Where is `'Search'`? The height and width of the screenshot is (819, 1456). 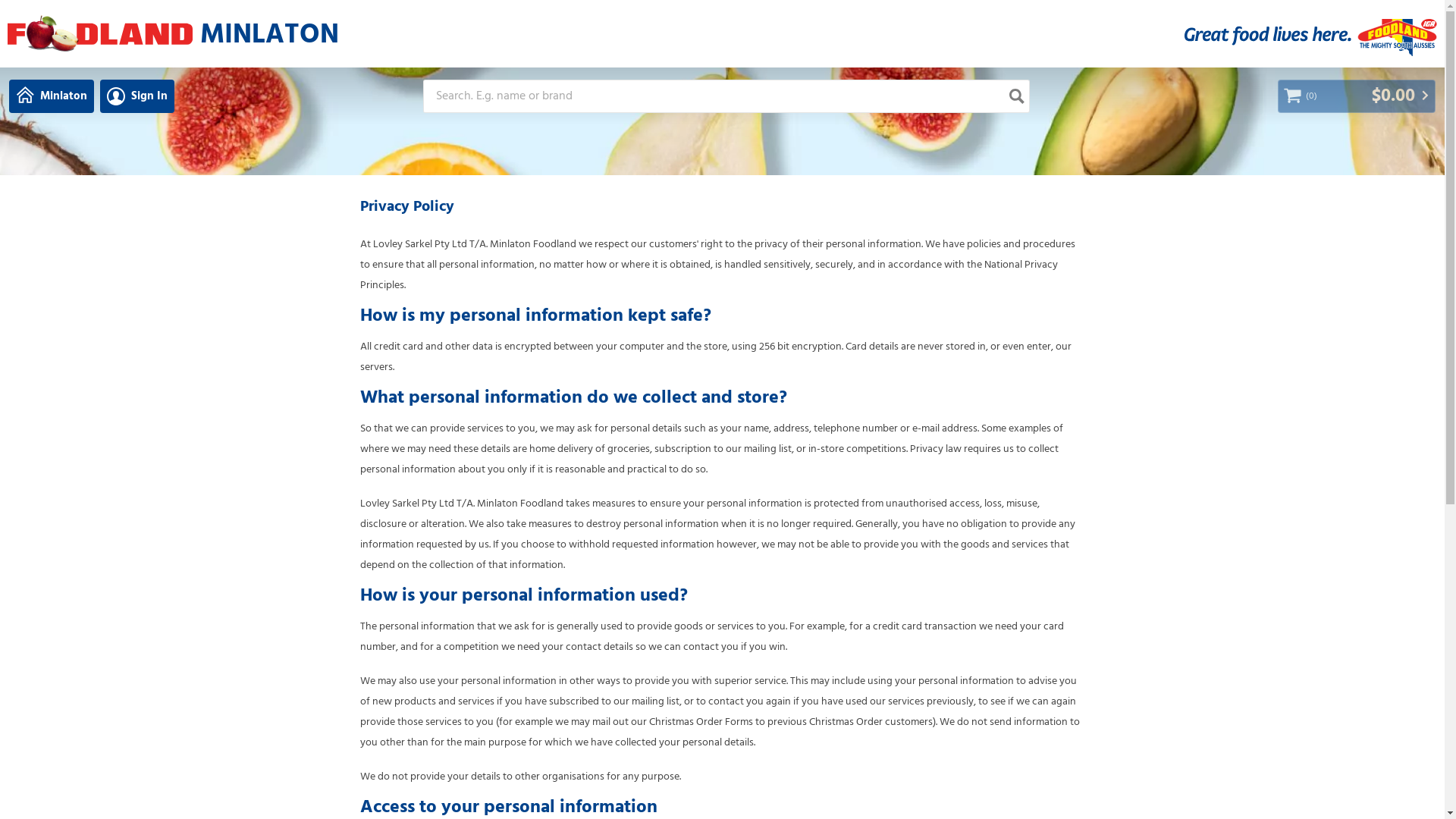
'Search' is located at coordinates (1015, 96).